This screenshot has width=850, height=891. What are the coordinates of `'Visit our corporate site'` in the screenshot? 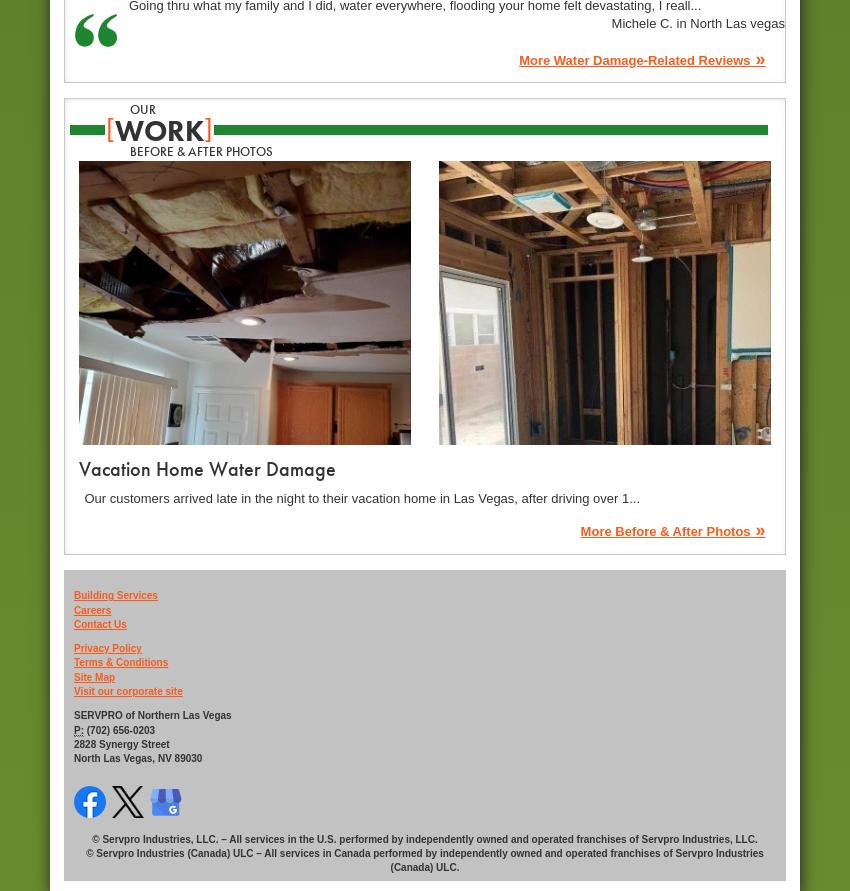 It's located at (128, 690).